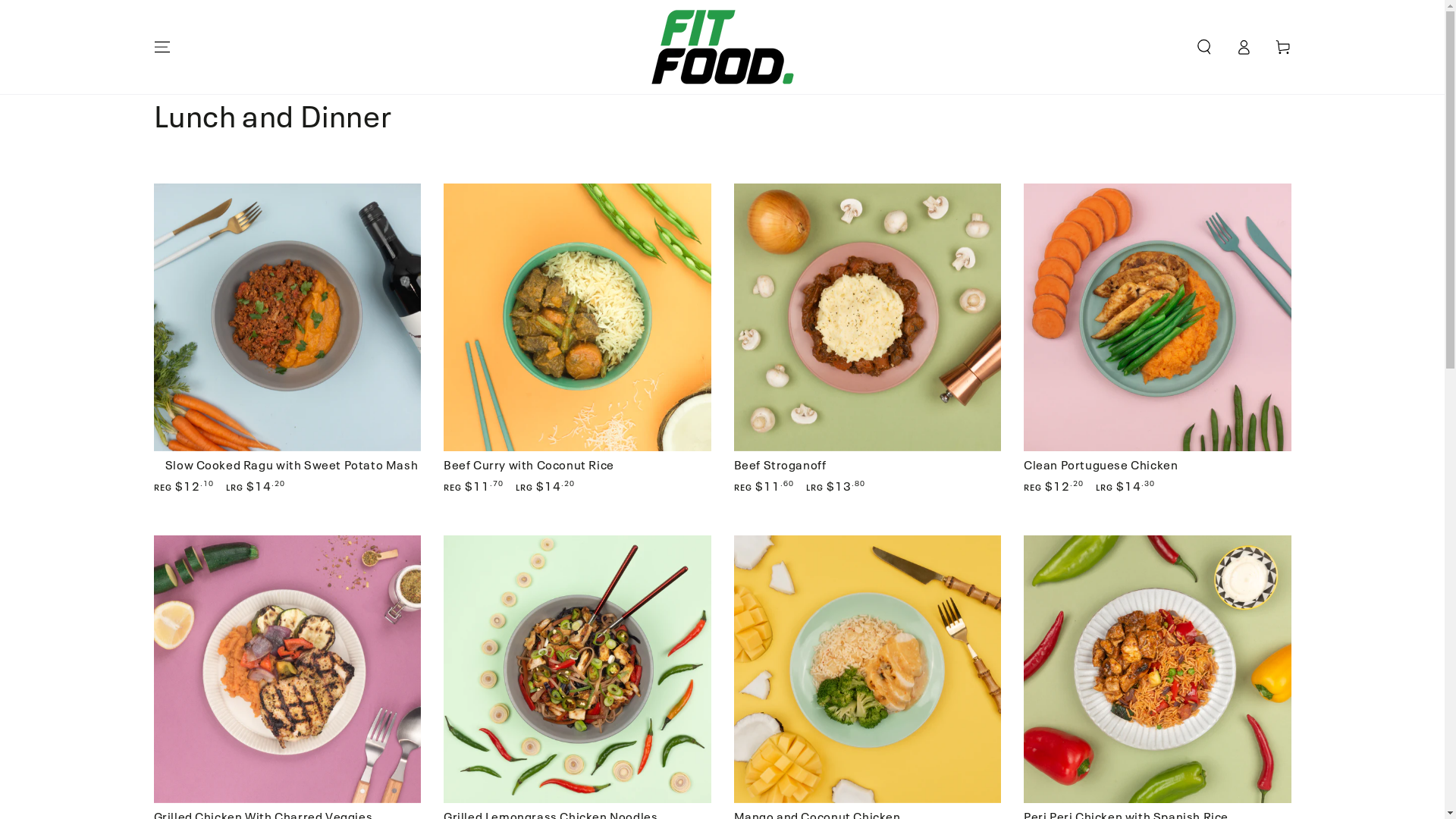 This screenshot has width=1456, height=819. I want to click on 'Clean Portuguese Chicken', so click(1023, 337).